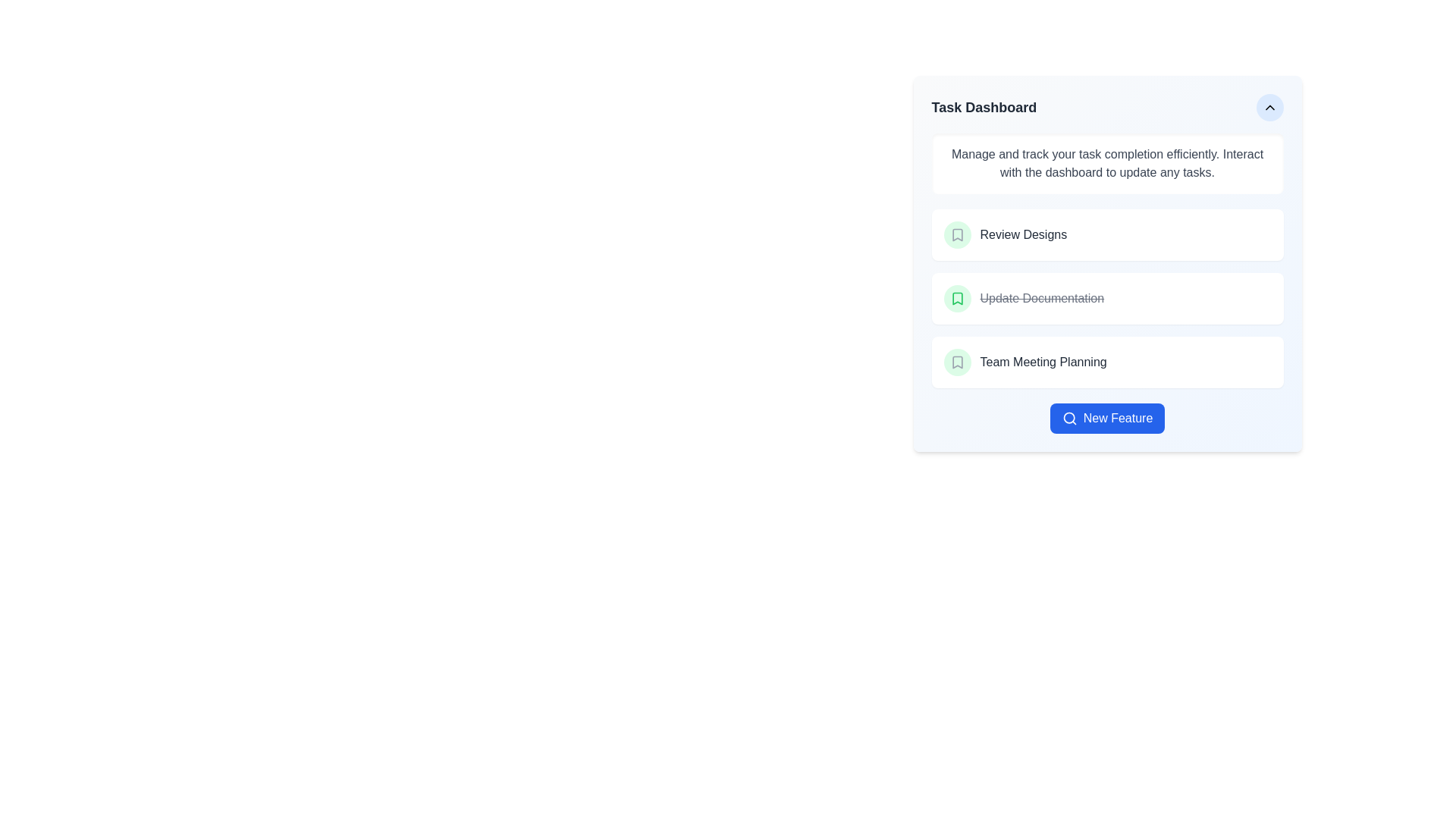 This screenshot has height=819, width=1456. Describe the element at coordinates (1068, 418) in the screenshot. I see `the search icon located to the left of the 'New Feature' button at the bottom right of the card layout` at that location.